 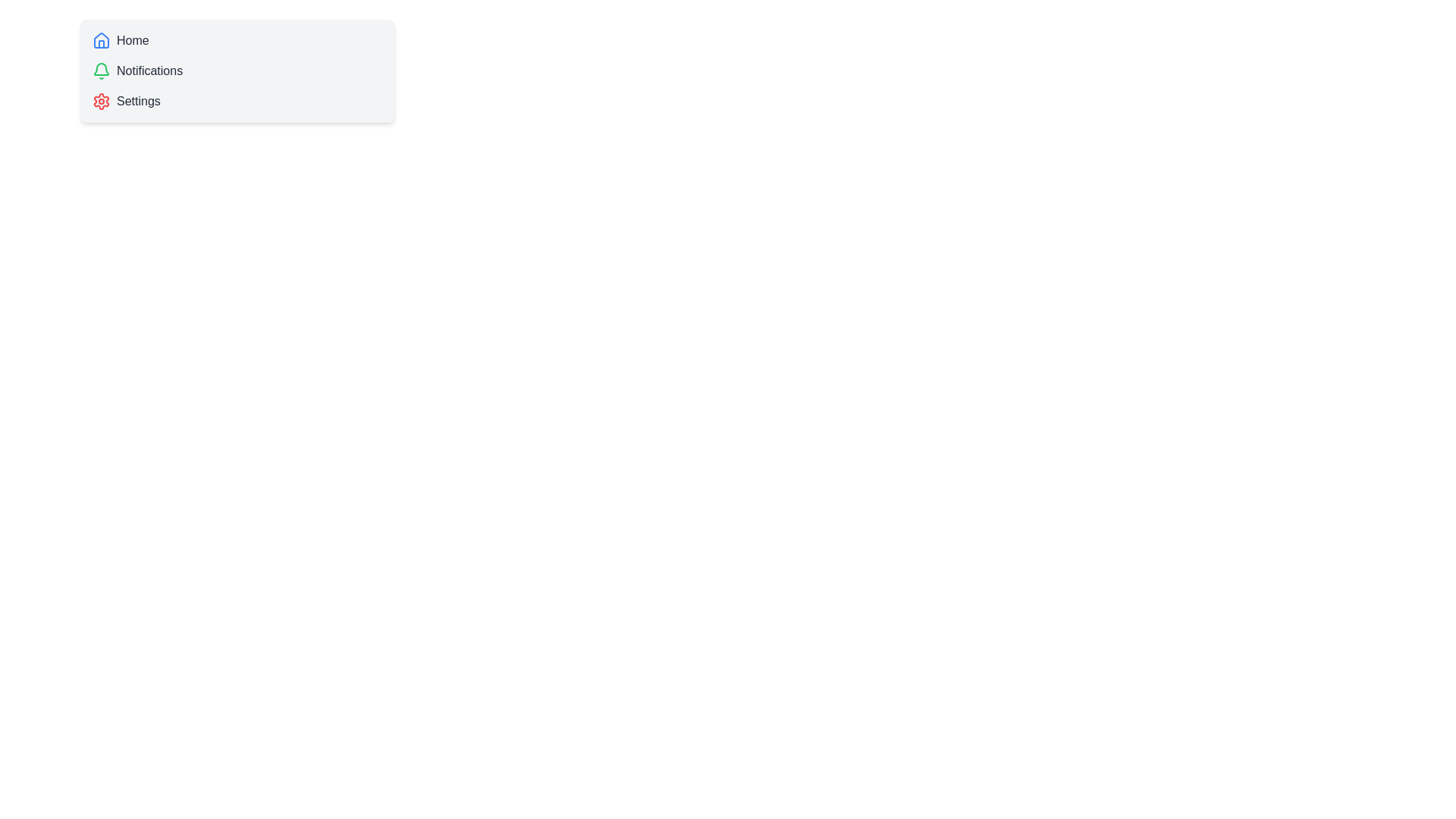 What do you see at coordinates (101, 40) in the screenshot?
I see `the 'Home' navigation icon located at the upper-left corner of the panel, which serves as the first element in the menu list` at bounding box center [101, 40].